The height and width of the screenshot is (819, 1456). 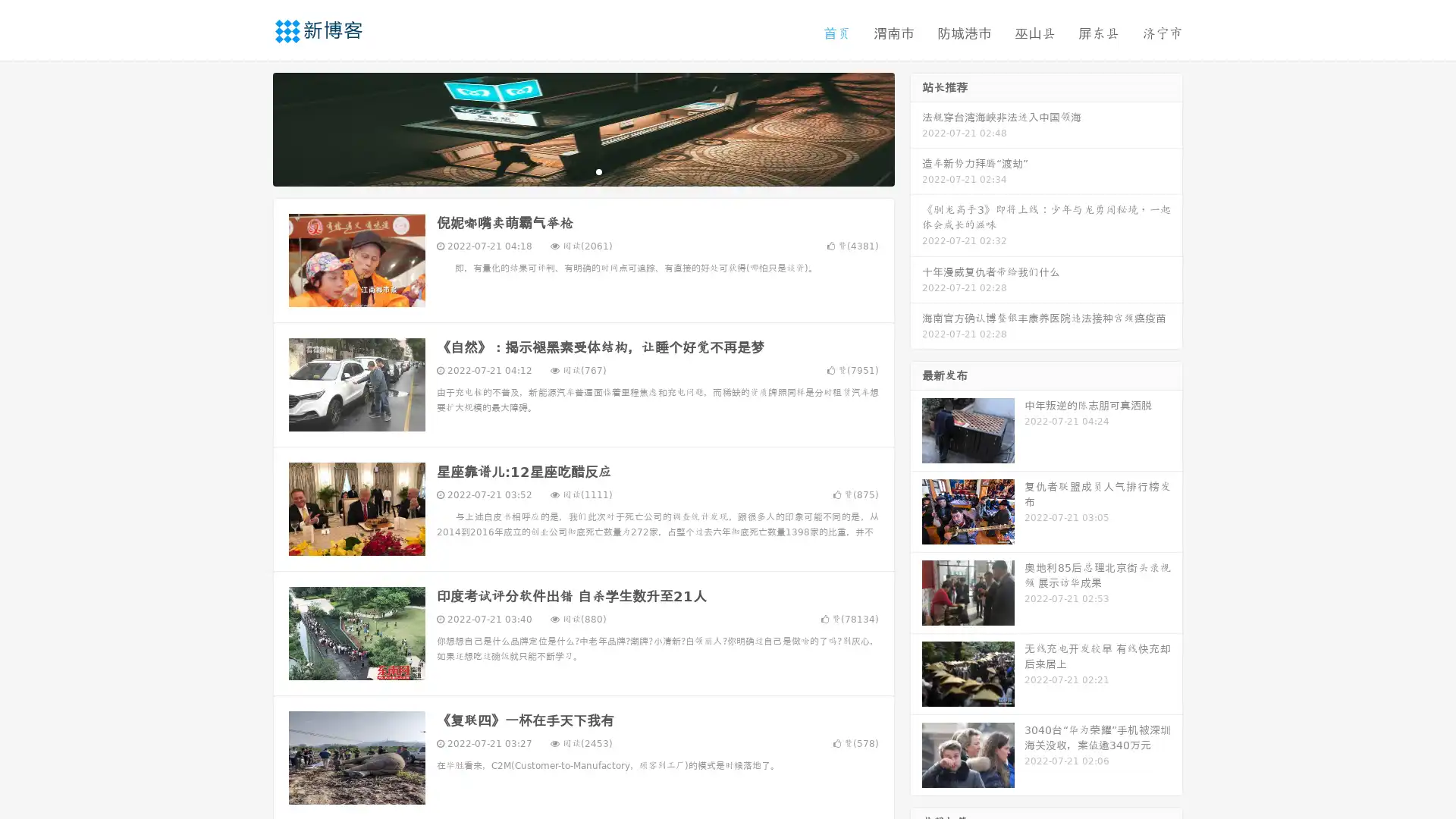 I want to click on Go to slide 3, so click(x=598, y=171).